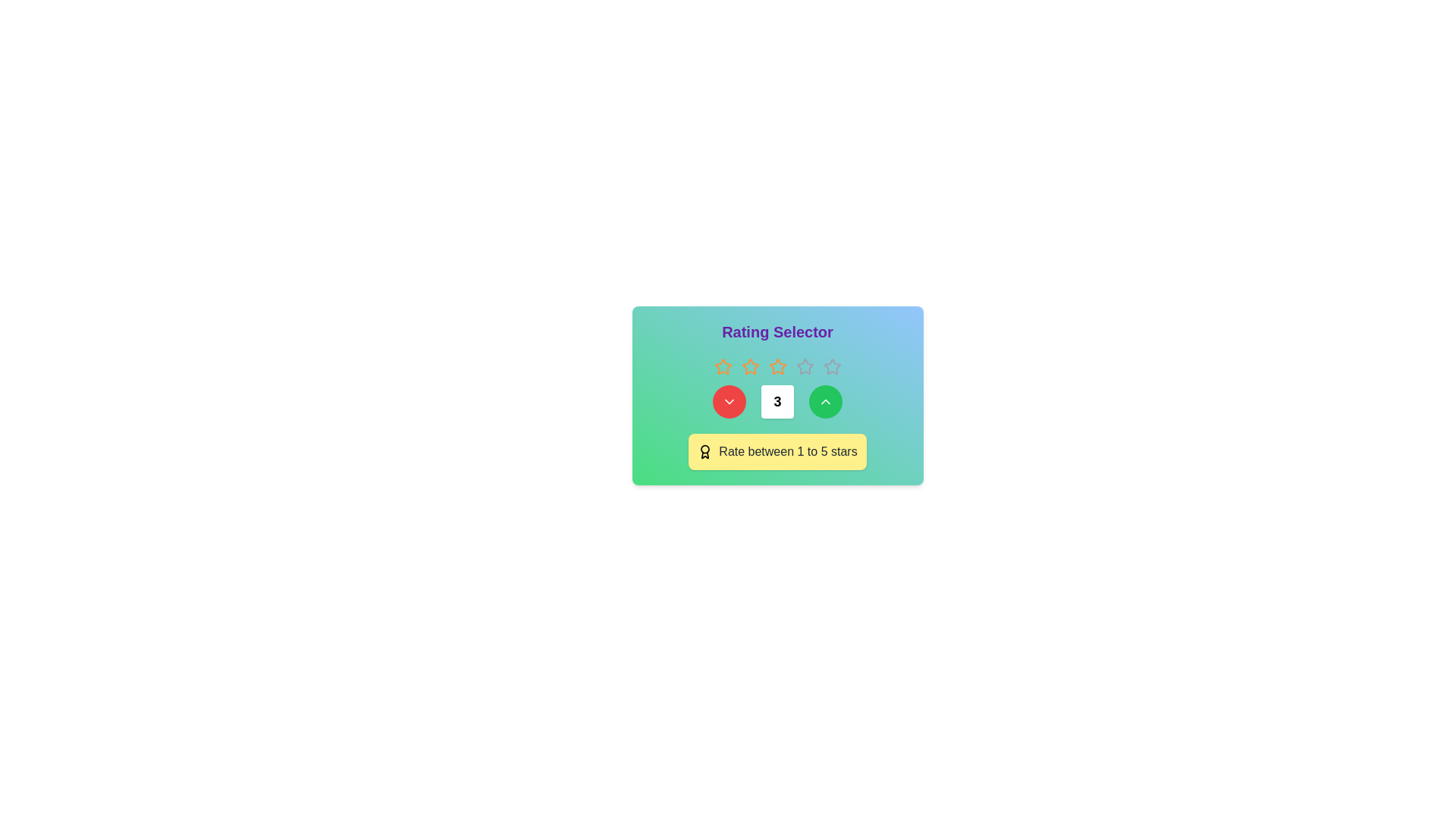 The height and width of the screenshot is (819, 1456). I want to click on the upward-pointing chevron icon inside the green circular button, so click(824, 400).